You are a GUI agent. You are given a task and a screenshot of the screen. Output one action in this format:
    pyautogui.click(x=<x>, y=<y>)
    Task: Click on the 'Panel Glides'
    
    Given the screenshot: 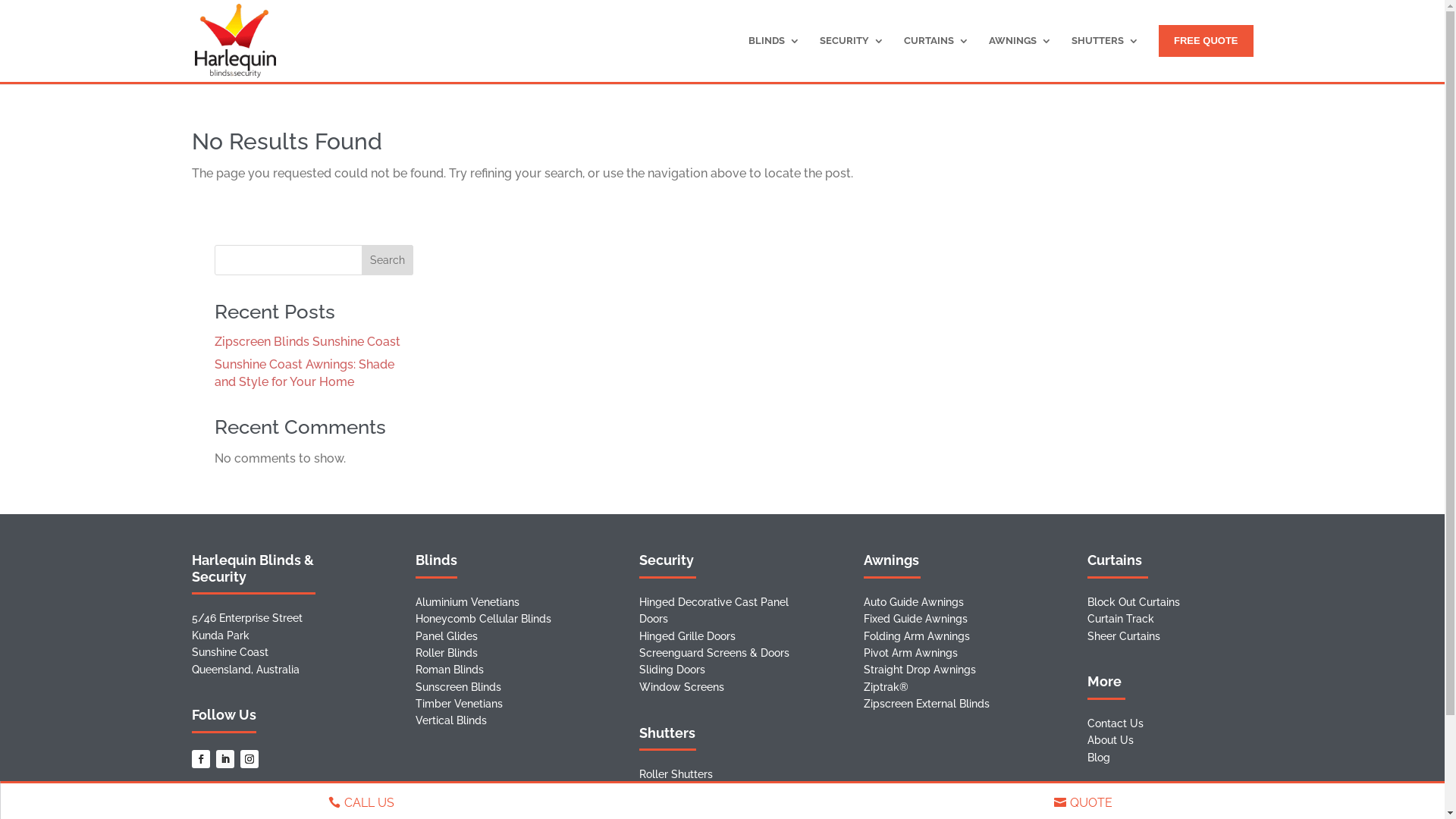 What is the action you would take?
    pyautogui.click(x=446, y=636)
    